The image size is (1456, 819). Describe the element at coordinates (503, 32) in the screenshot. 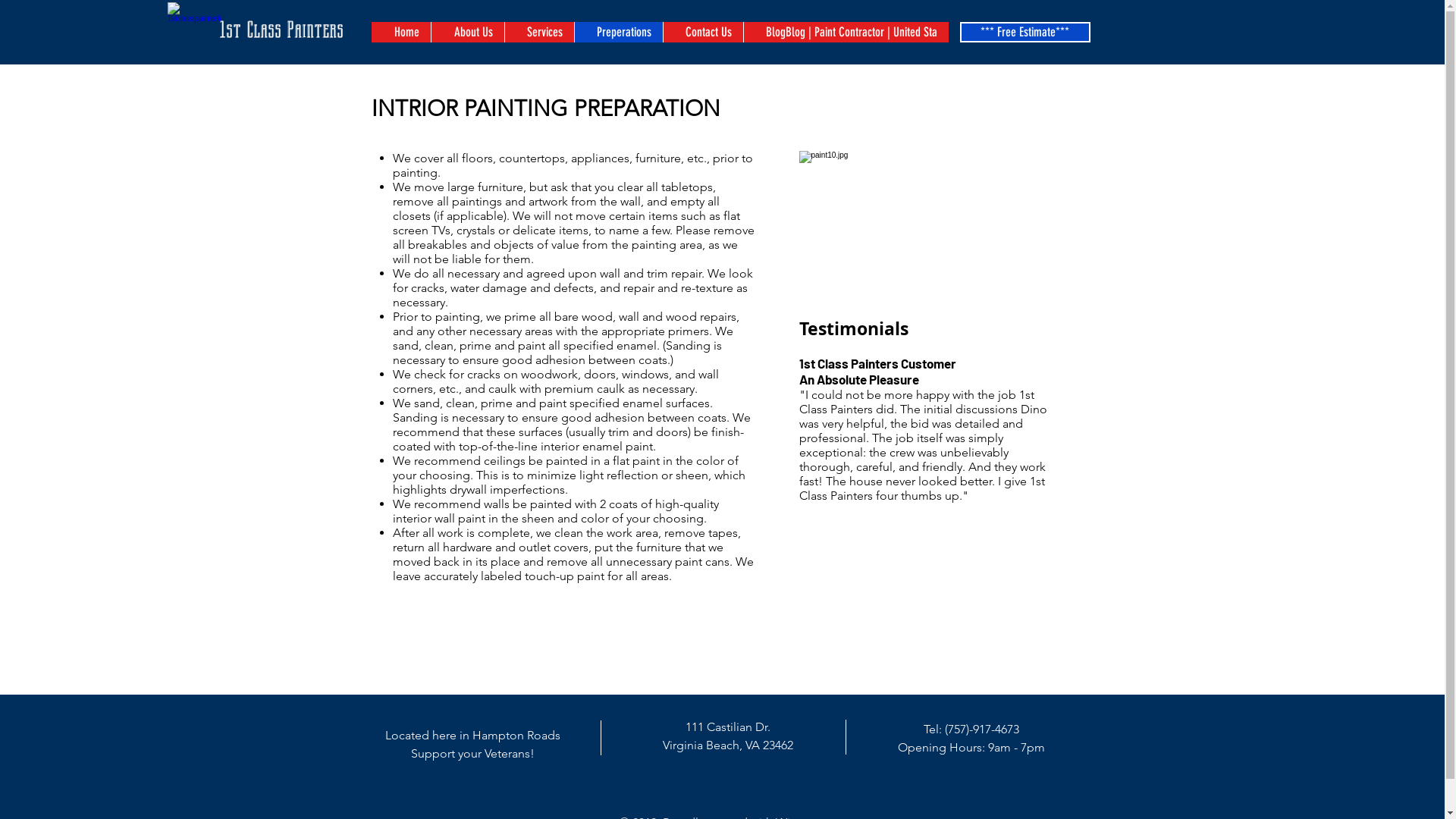

I see `'Services'` at that location.